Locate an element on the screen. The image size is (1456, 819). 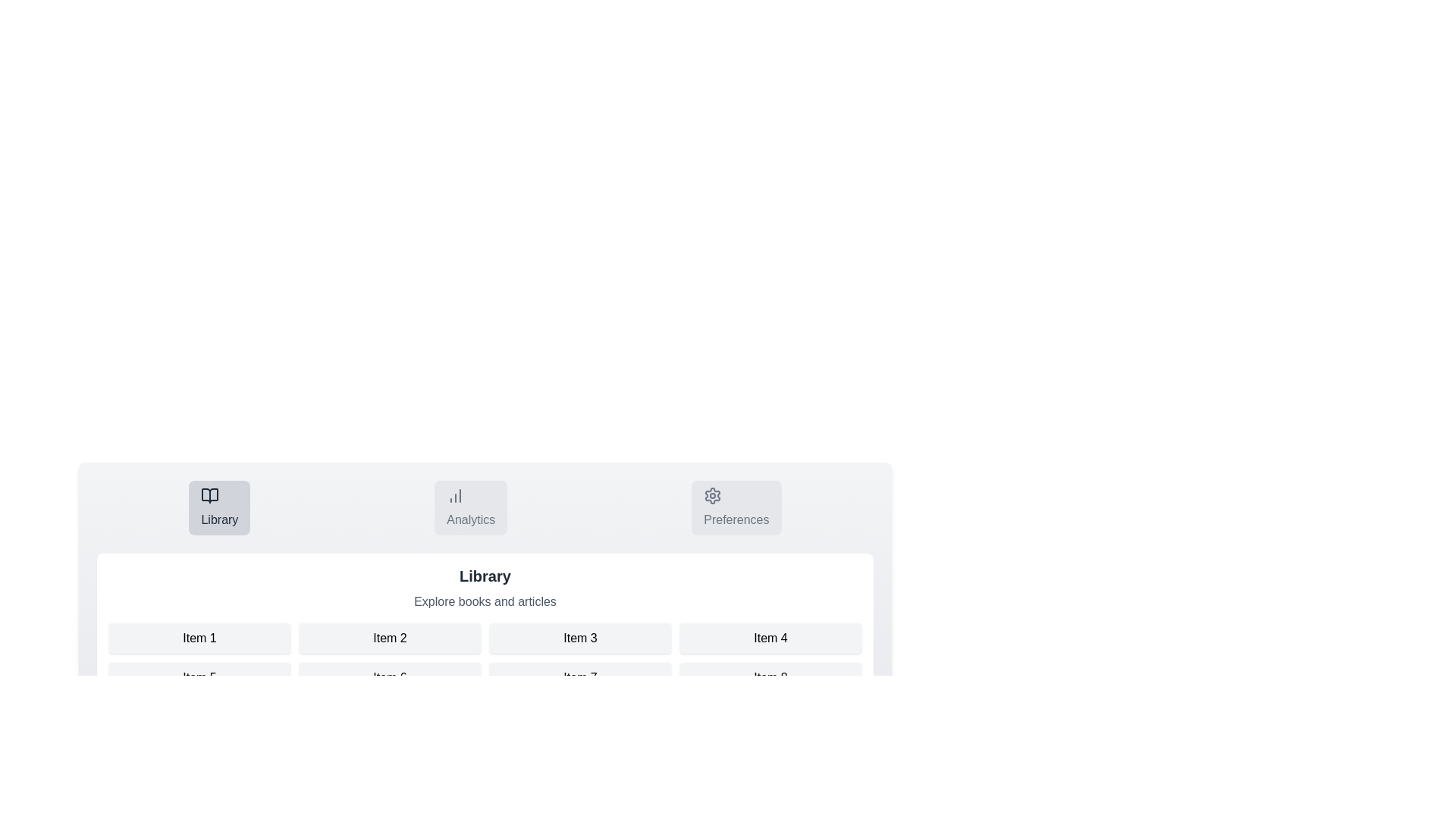
the icon of the Analytics tab to switch to it is located at coordinates (455, 496).